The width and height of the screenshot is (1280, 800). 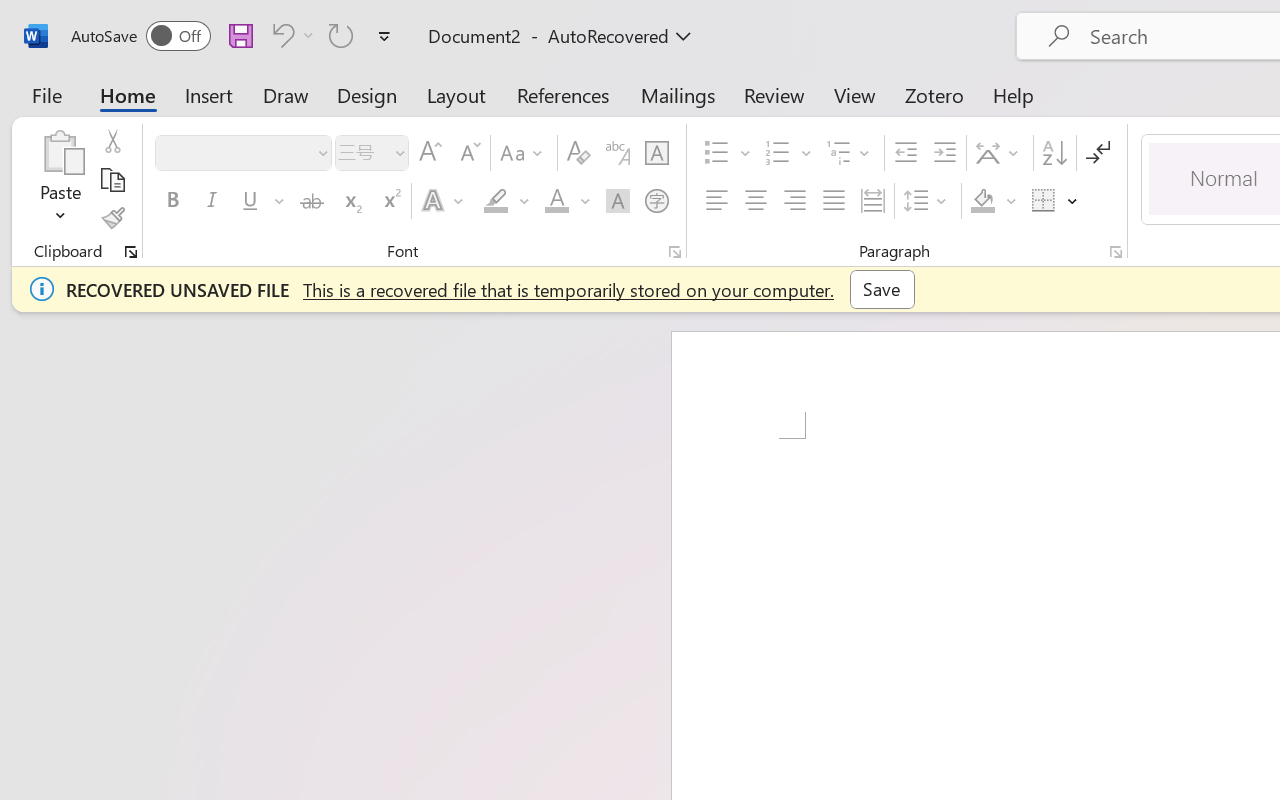 I want to click on 'Text Highlight Color Yellow', so click(x=496, y=201).